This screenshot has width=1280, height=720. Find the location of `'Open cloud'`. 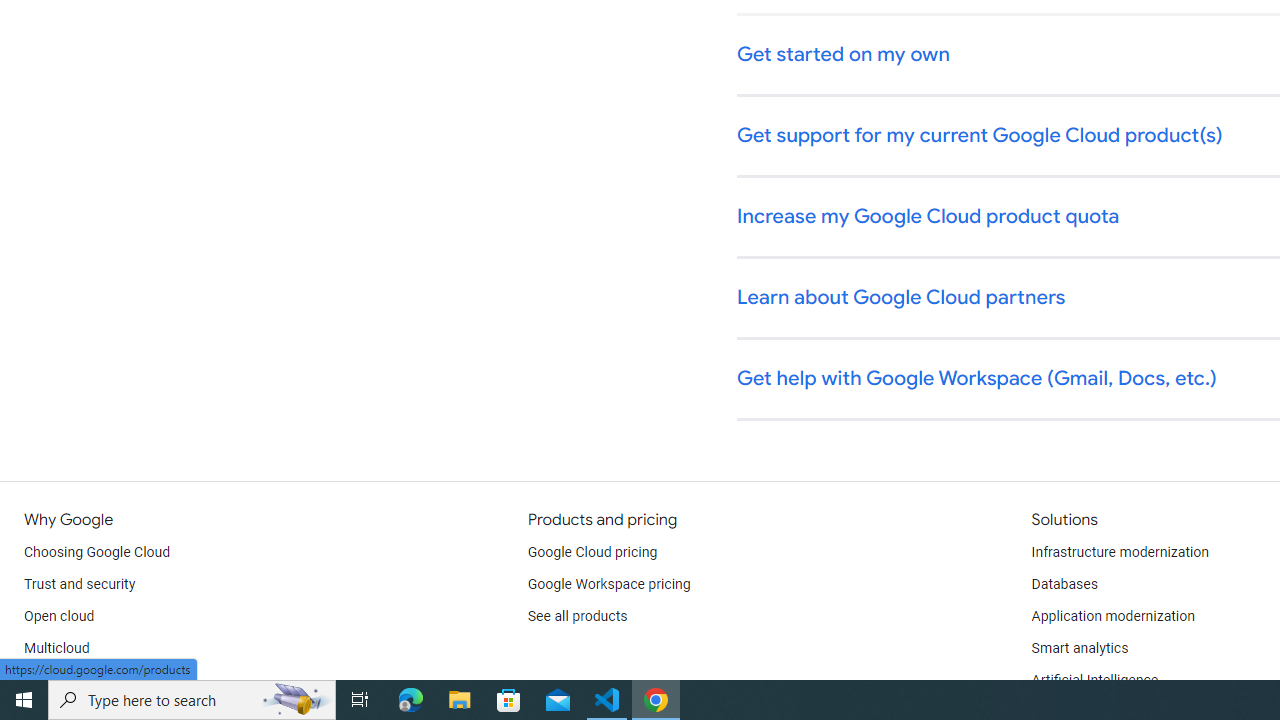

'Open cloud' is located at coordinates (59, 616).